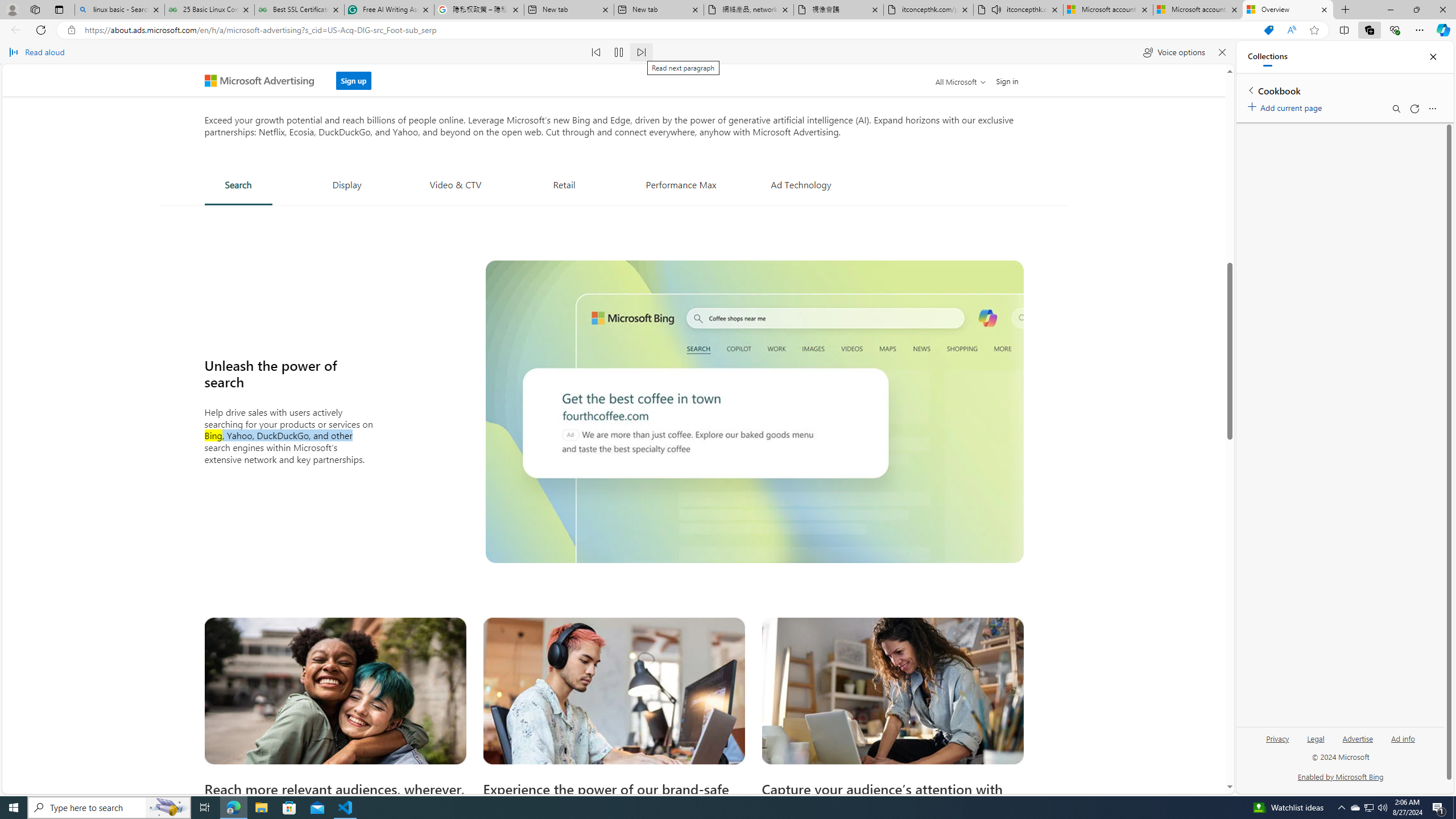  I want to click on 'Sign in', so click(1007, 80).